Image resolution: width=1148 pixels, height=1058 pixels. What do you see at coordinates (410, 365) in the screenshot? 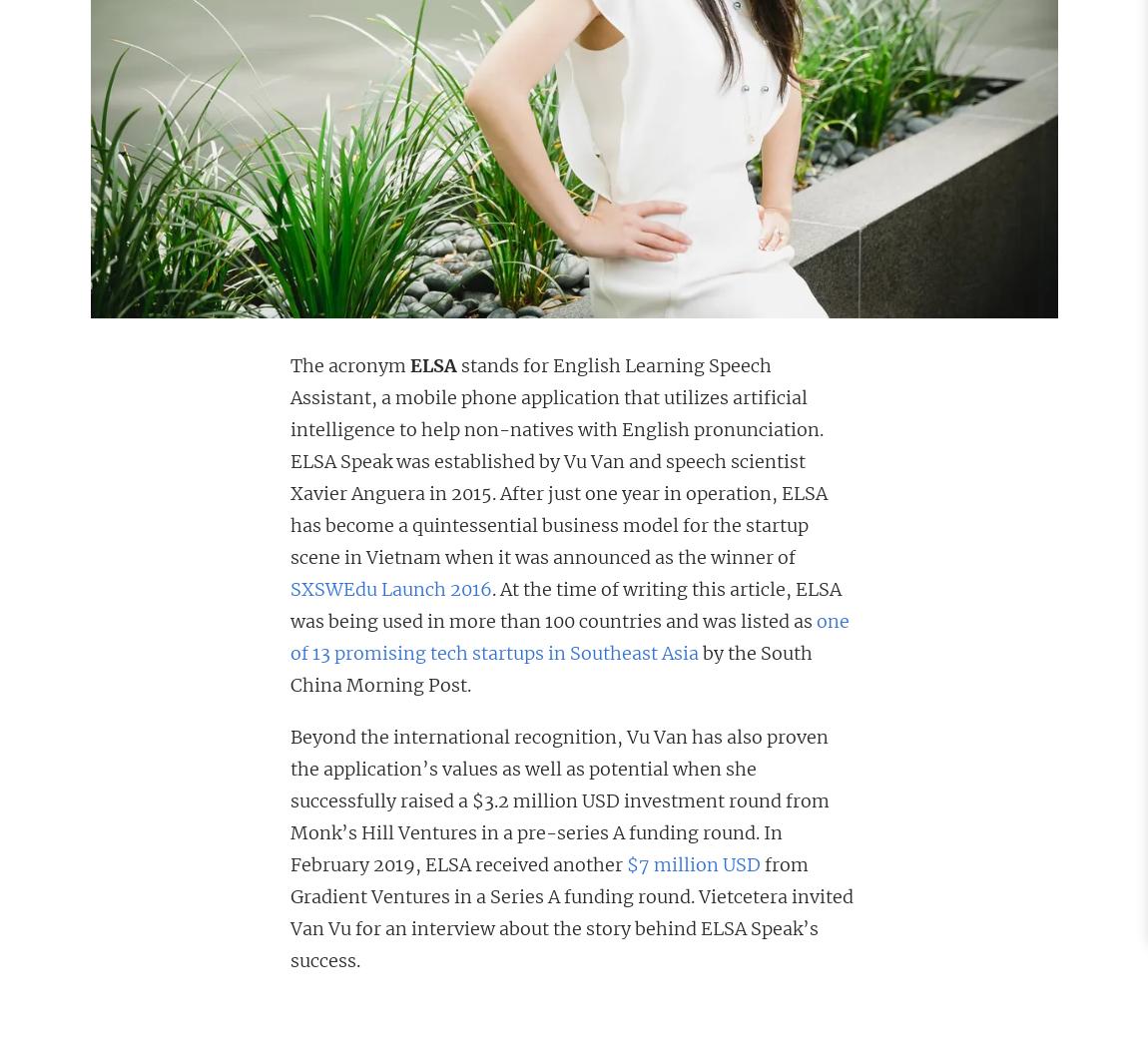
I see `'ELSA'` at bounding box center [410, 365].